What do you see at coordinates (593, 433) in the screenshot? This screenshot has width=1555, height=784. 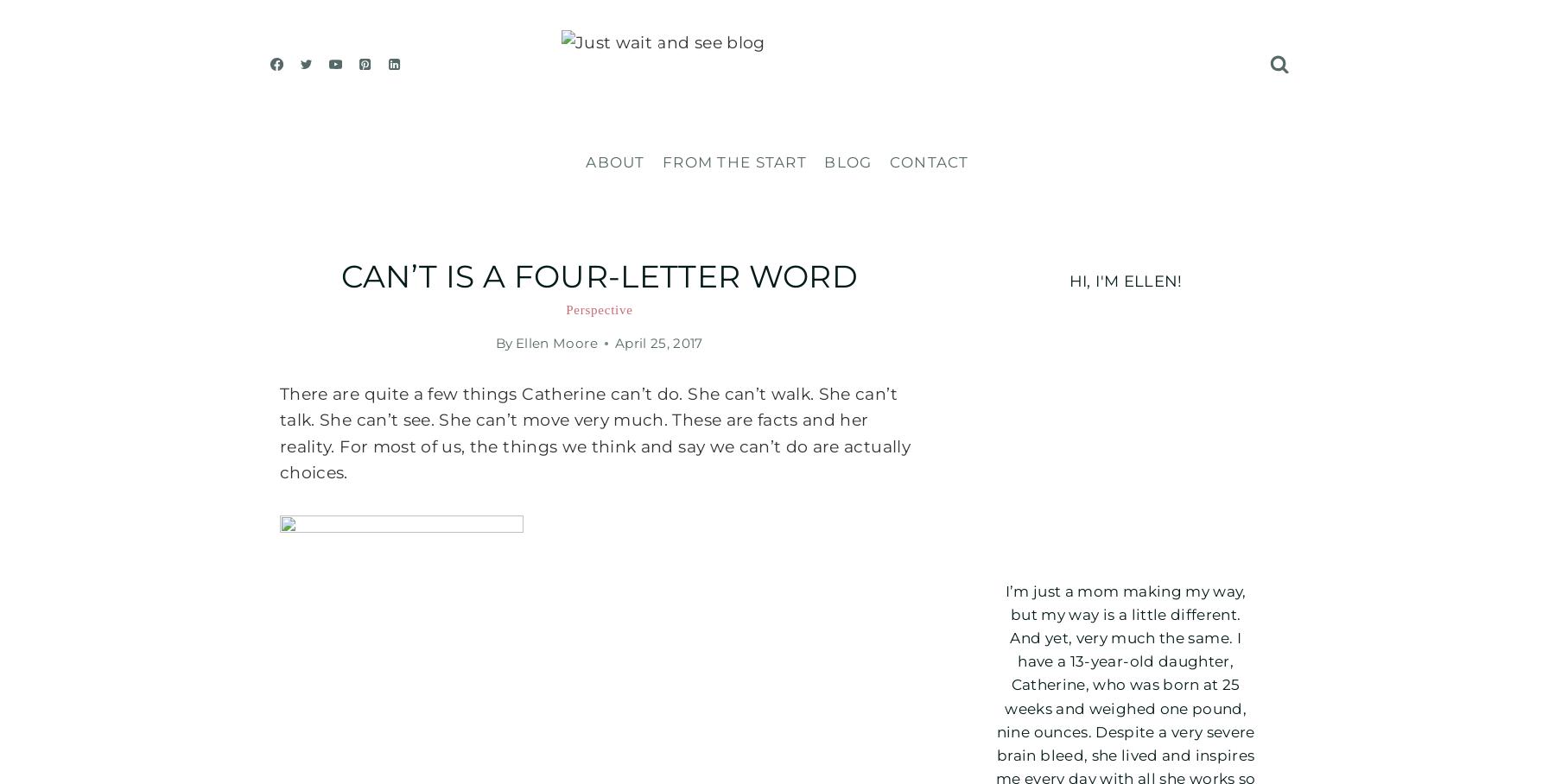 I see `'There are quite a few things Catherine can’t do. She can’t walk. She can’t talk. She can’t see. She can’t move very much. These are facts and her reality. For most of us, the things we think and say we can’t do are actually choices.'` at bounding box center [593, 433].